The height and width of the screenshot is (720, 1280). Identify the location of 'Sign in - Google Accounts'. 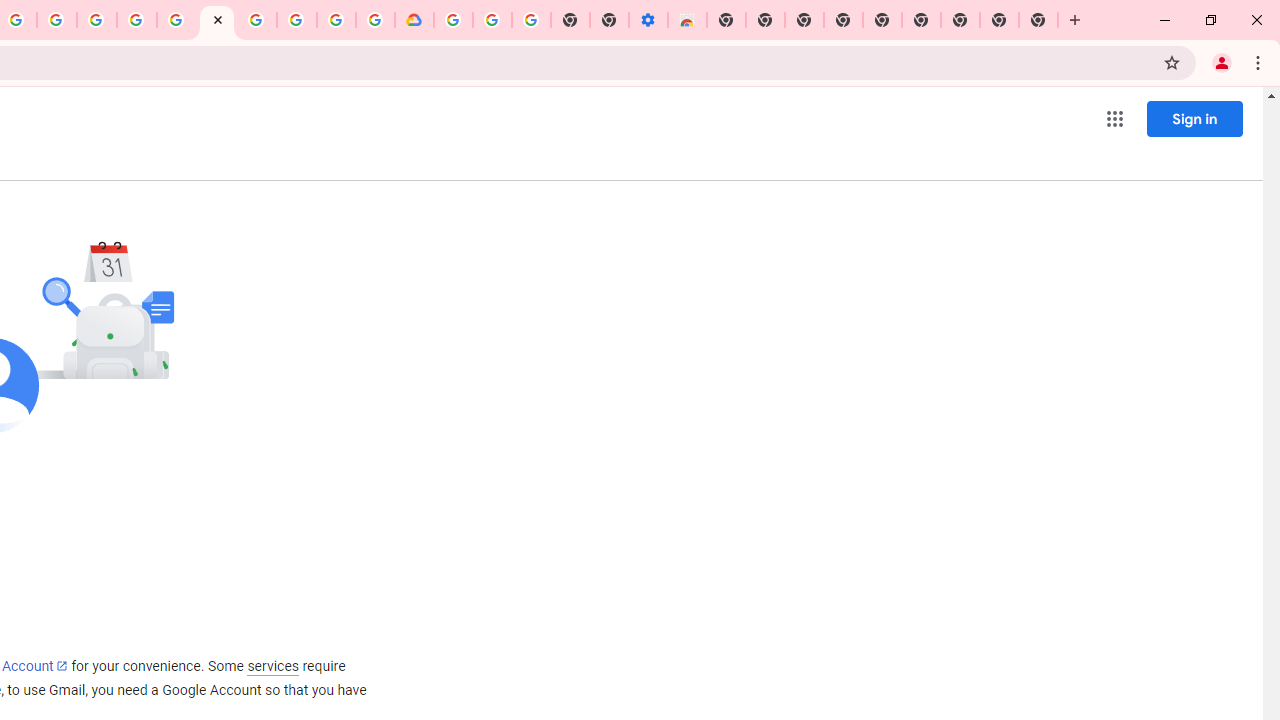
(177, 20).